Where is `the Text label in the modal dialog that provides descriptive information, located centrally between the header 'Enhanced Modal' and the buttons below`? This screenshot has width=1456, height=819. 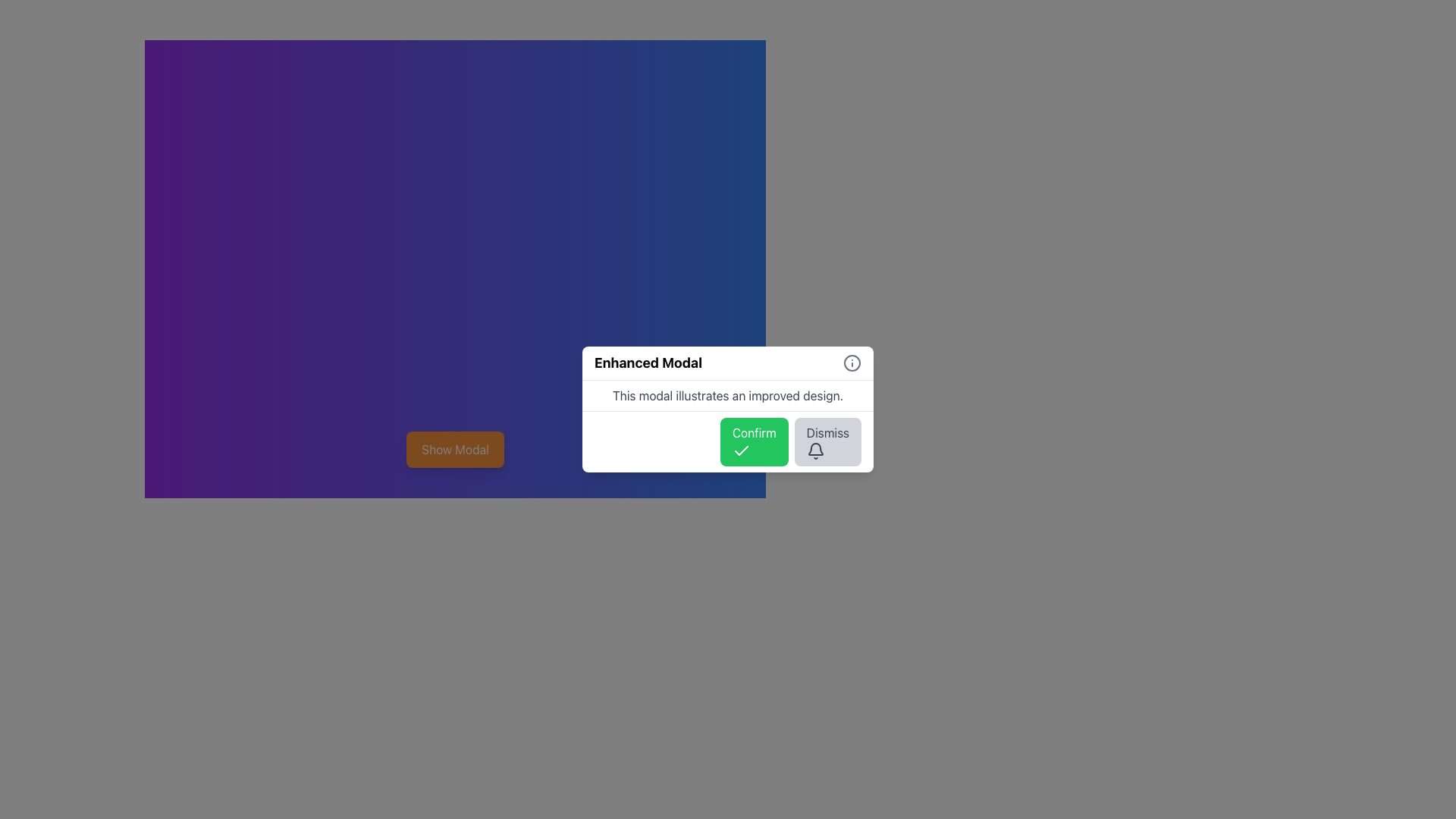 the Text label in the modal dialog that provides descriptive information, located centrally between the header 'Enhanced Modal' and the buttons below is located at coordinates (728, 394).